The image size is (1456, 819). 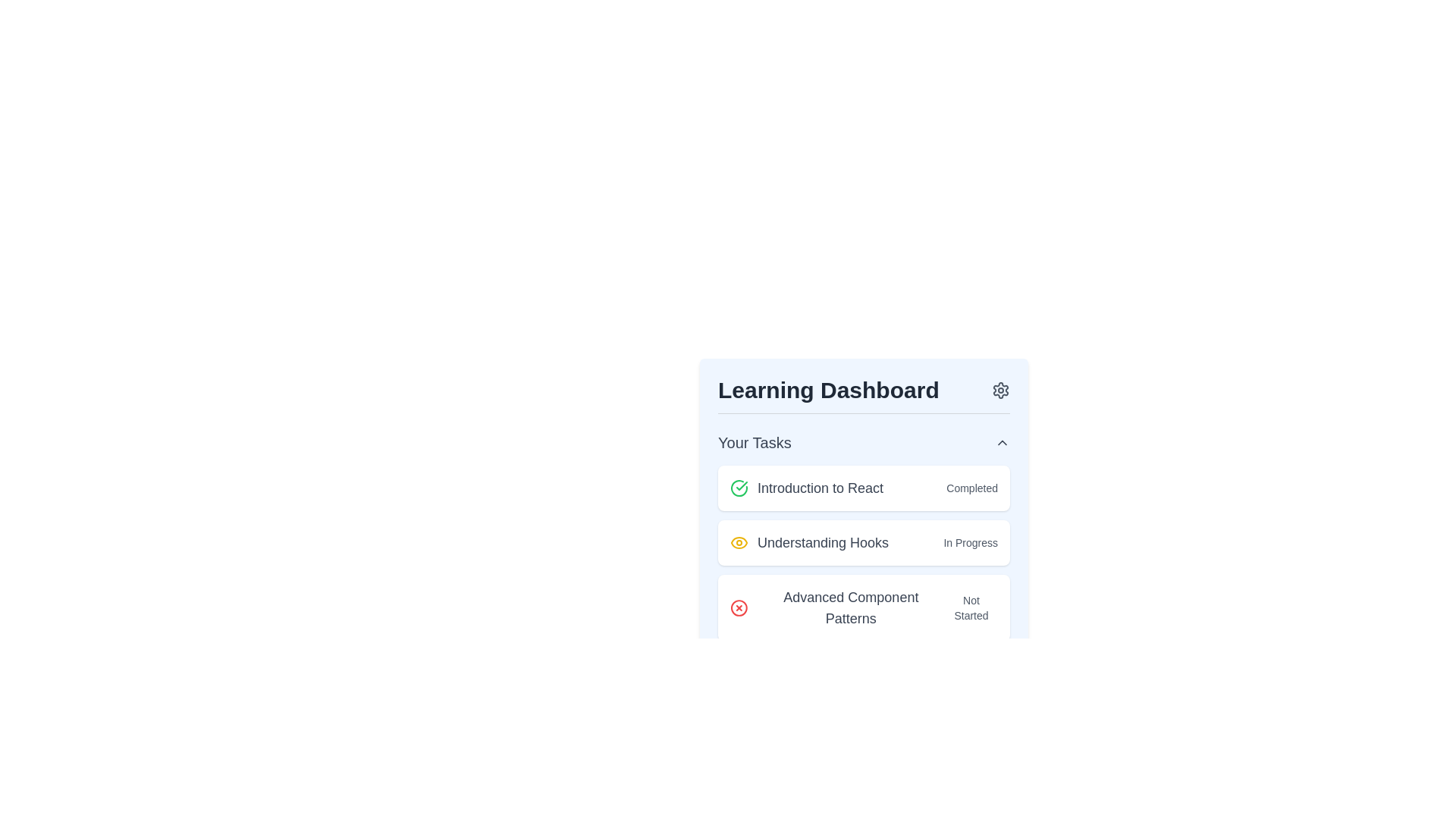 What do you see at coordinates (806, 488) in the screenshot?
I see `text label that says 'Introduction to React', which is styled in dark gray and indicates completion beside a green checkmark icon` at bounding box center [806, 488].